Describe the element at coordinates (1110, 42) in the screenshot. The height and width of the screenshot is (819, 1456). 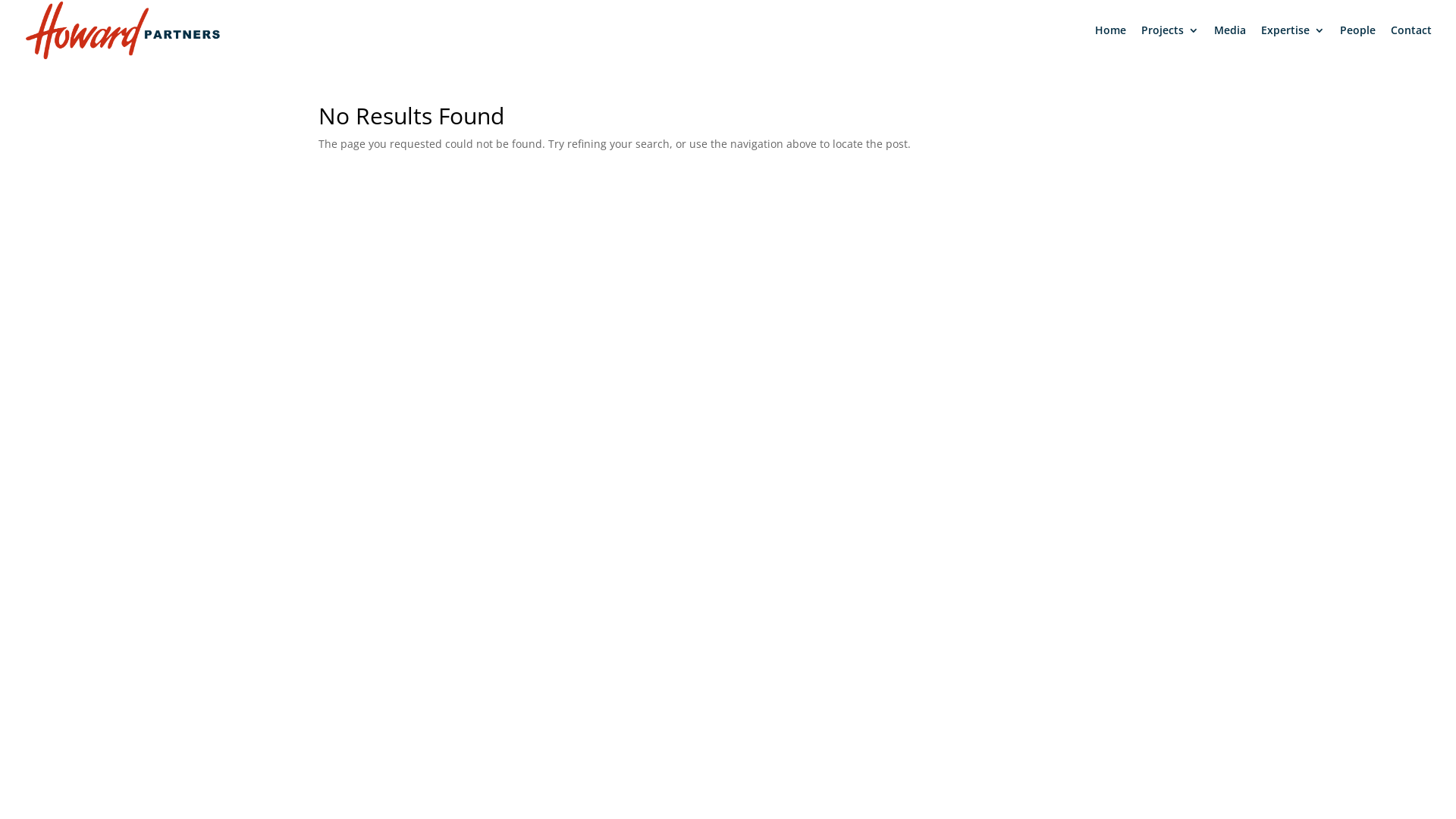
I see `'Home'` at that location.